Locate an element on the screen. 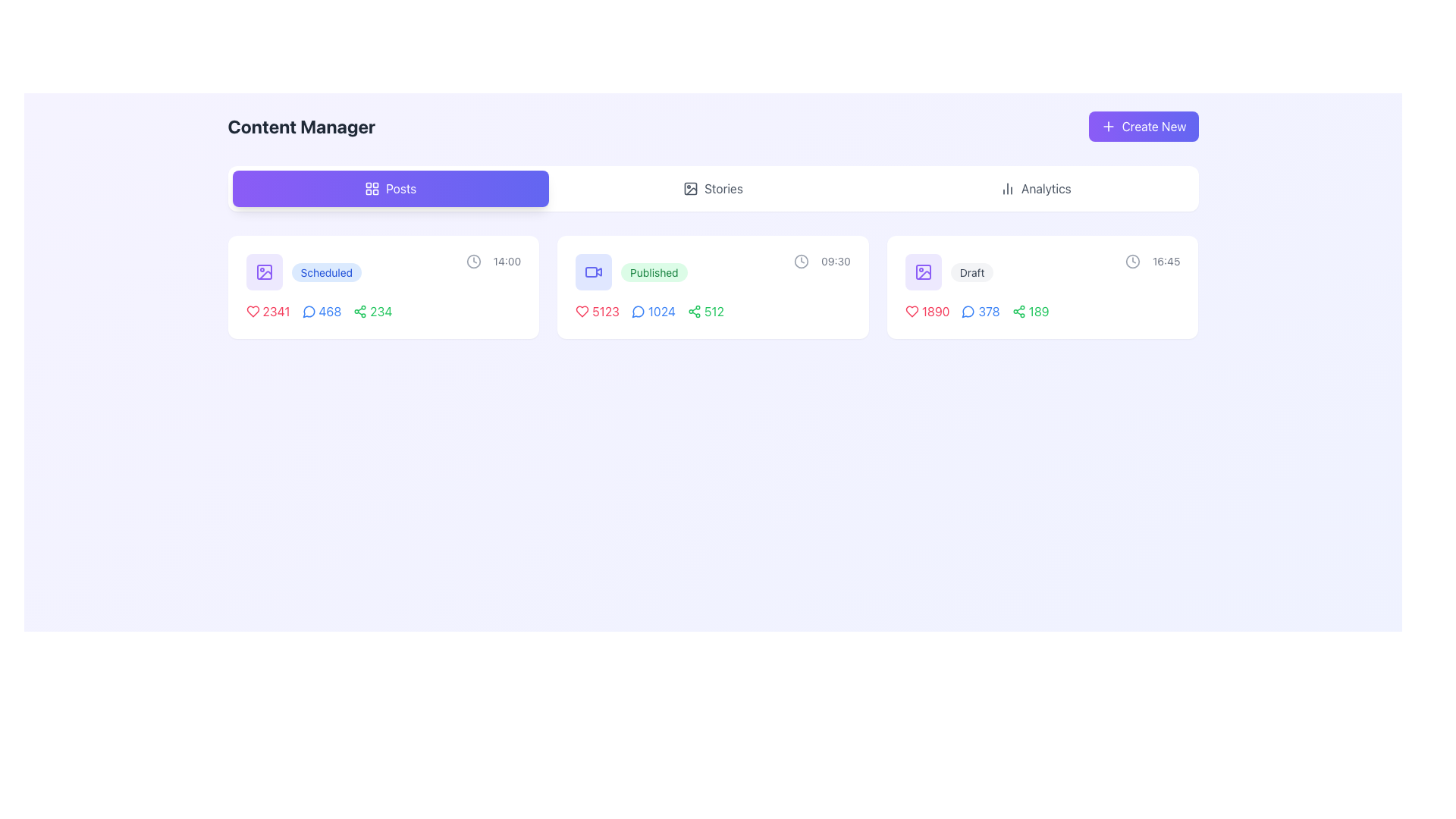 The width and height of the screenshot is (1456, 819). the shares indicator text element located at the rightmost position among the interaction statistics under the 'Published' panel in the second post panel is located at coordinates (712, 311).